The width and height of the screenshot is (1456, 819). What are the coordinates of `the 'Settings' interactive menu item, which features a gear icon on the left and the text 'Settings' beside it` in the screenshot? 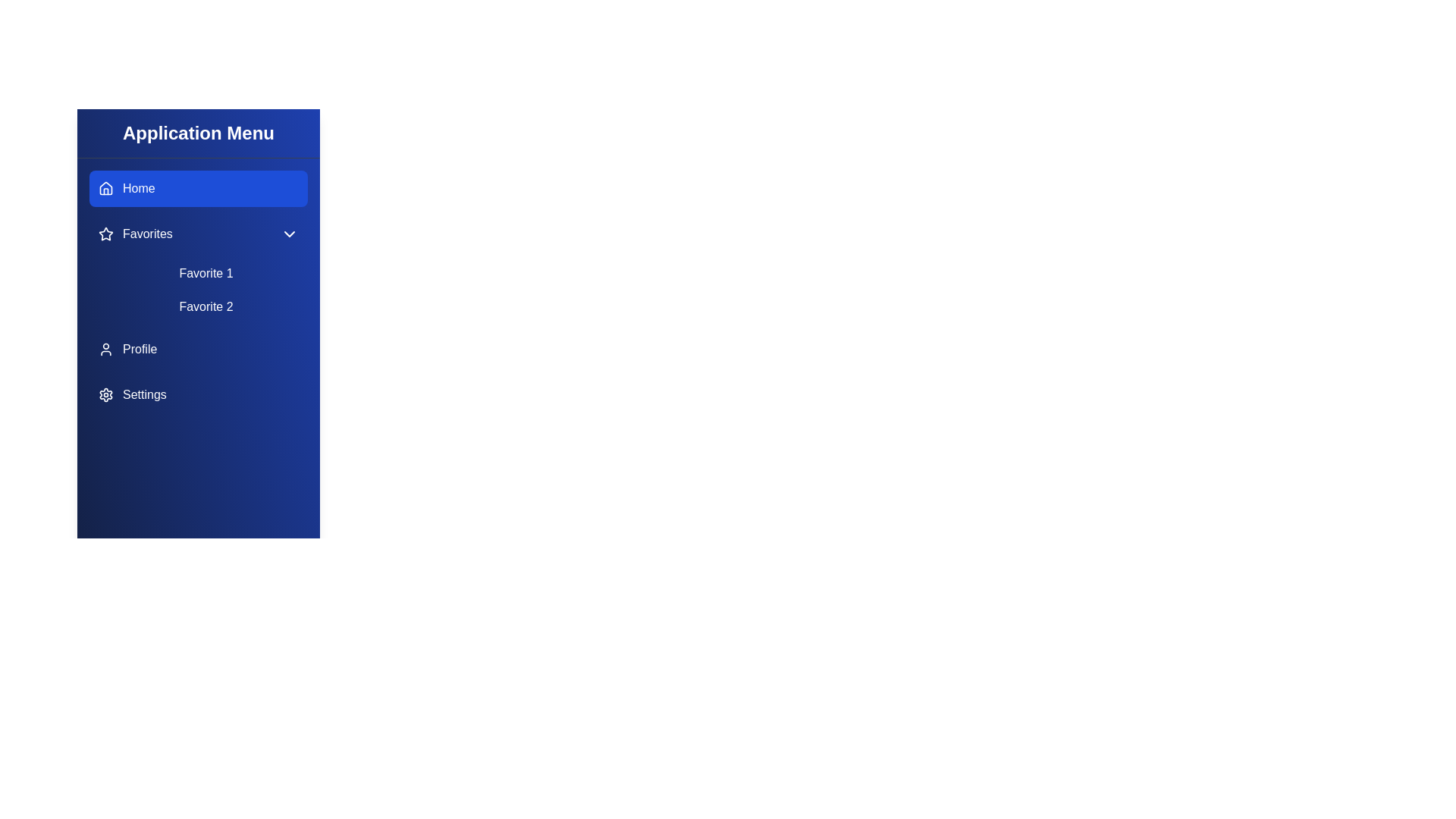 It's located at (132, 394).